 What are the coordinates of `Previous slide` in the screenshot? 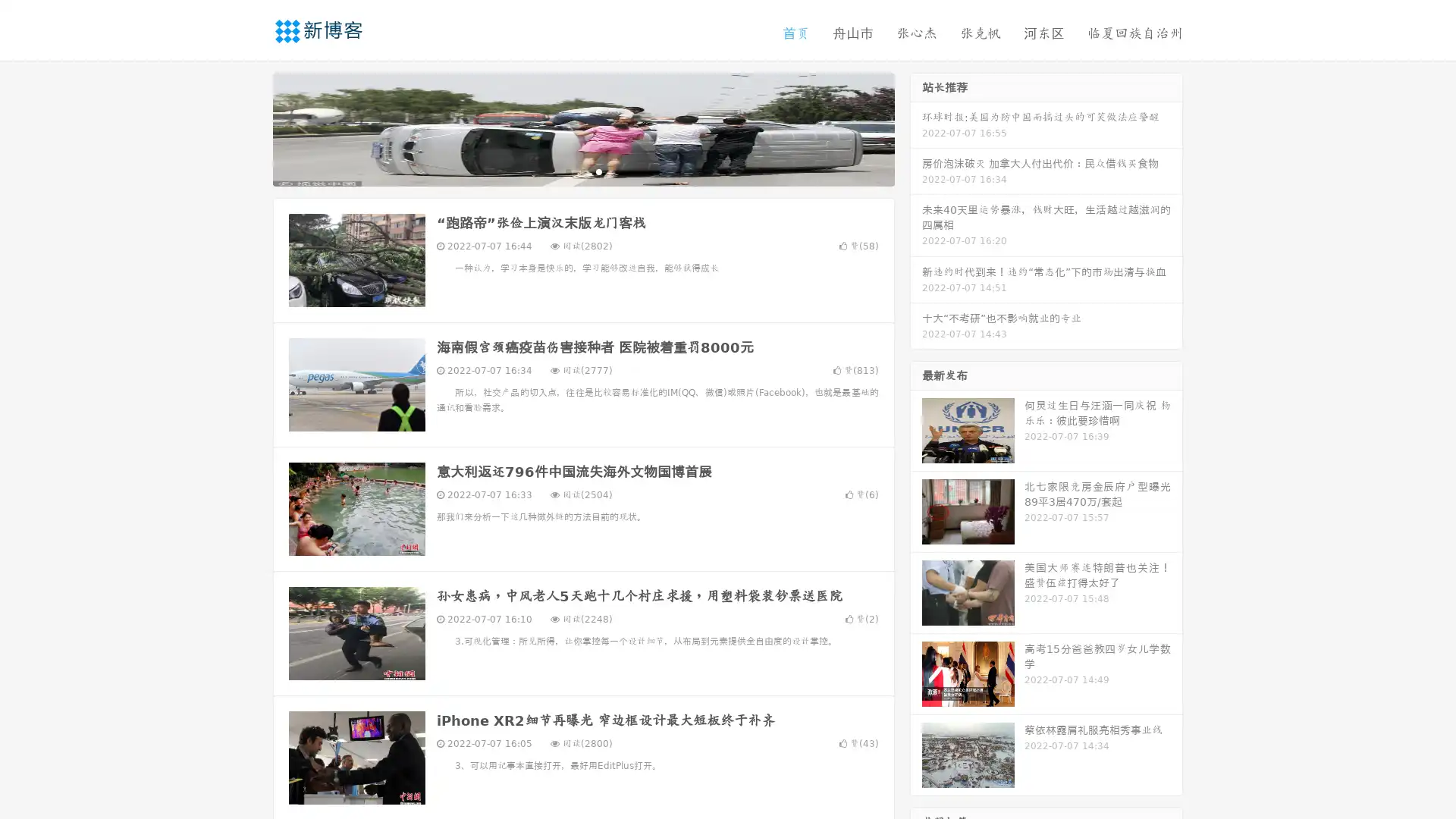 It's located at (250, 127).